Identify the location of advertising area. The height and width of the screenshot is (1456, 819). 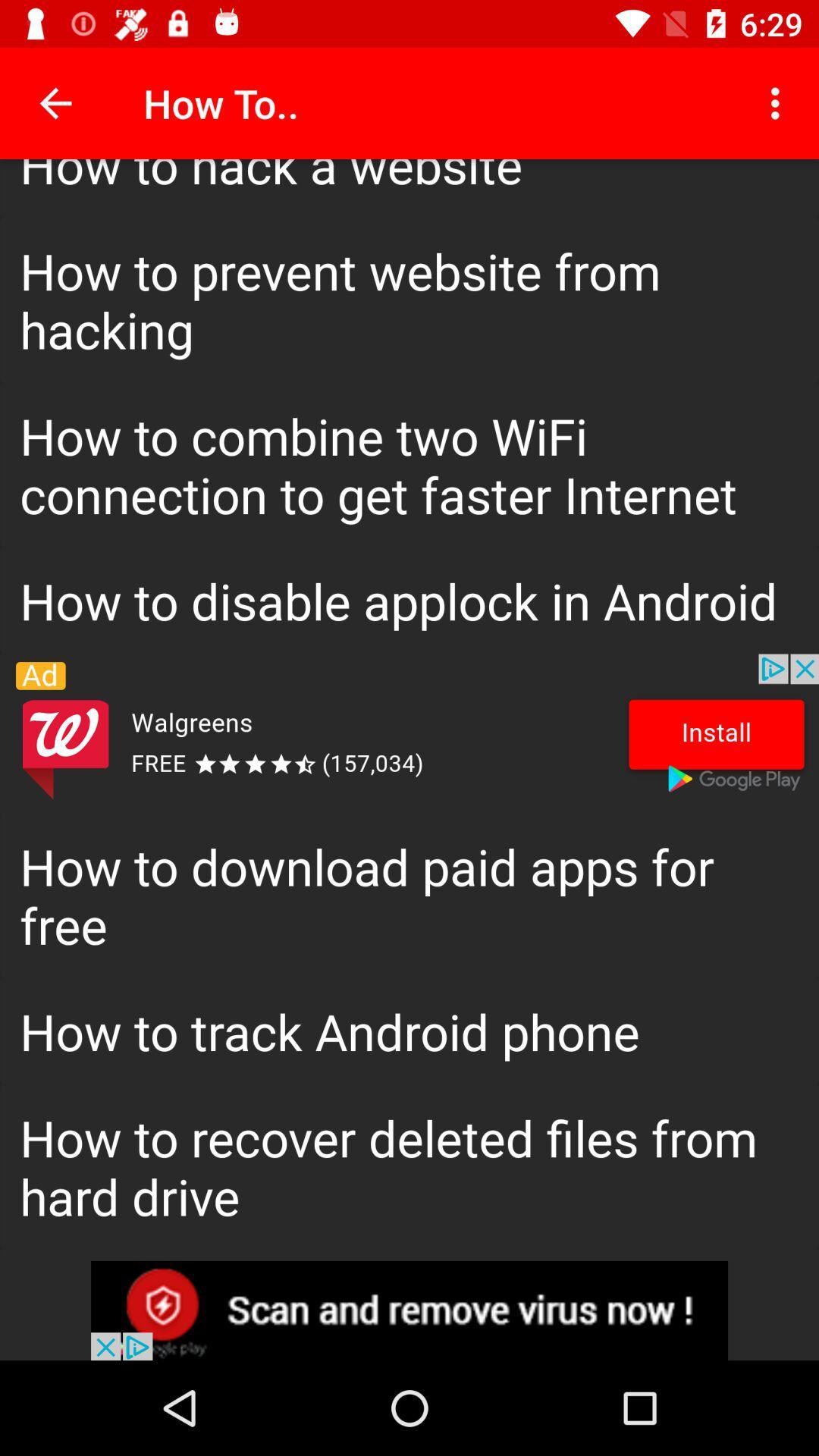
(409, 1310).